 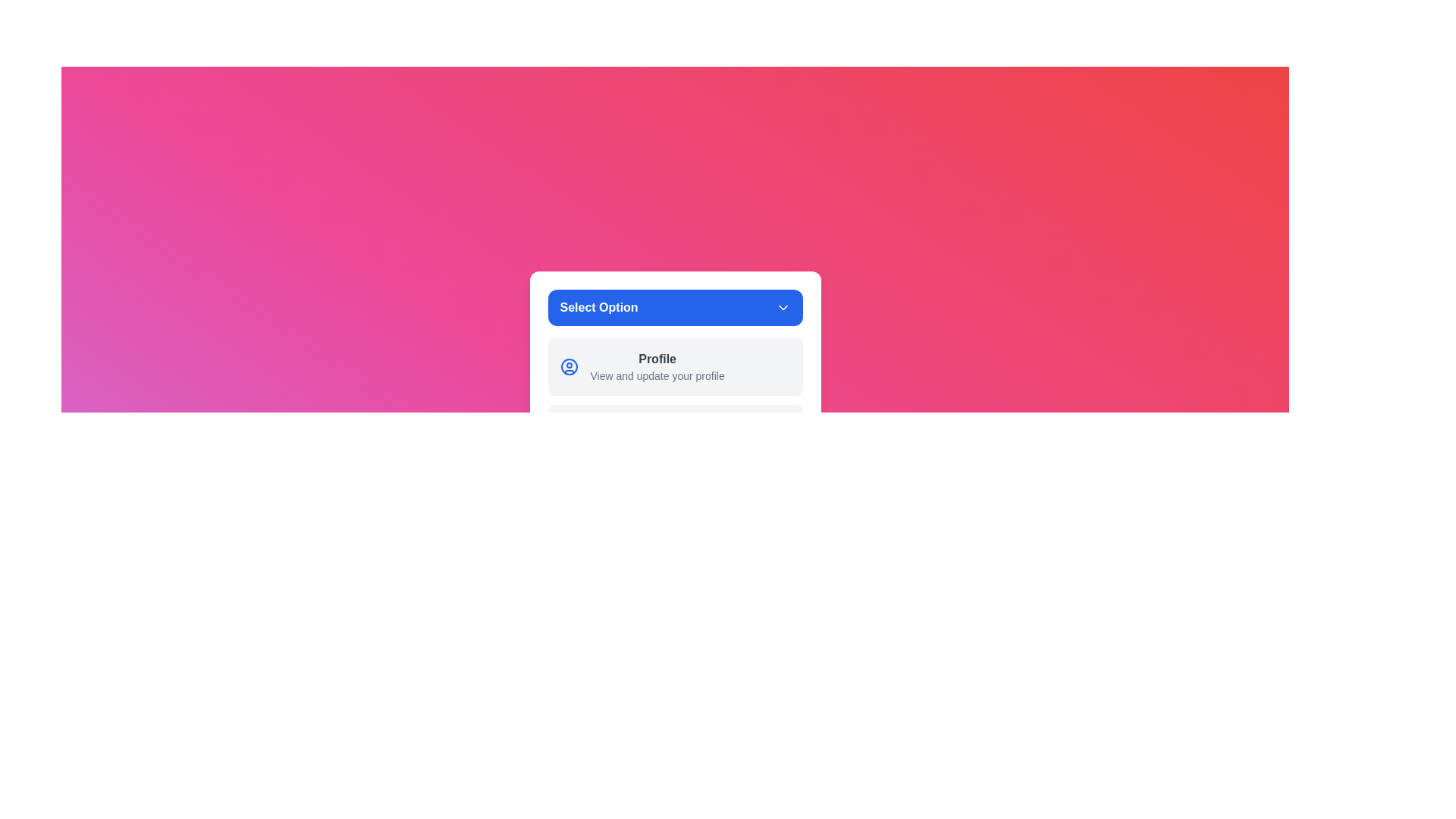 I want to click on the menu item labeled Profile to display additional information, so click(x=567, y=366).